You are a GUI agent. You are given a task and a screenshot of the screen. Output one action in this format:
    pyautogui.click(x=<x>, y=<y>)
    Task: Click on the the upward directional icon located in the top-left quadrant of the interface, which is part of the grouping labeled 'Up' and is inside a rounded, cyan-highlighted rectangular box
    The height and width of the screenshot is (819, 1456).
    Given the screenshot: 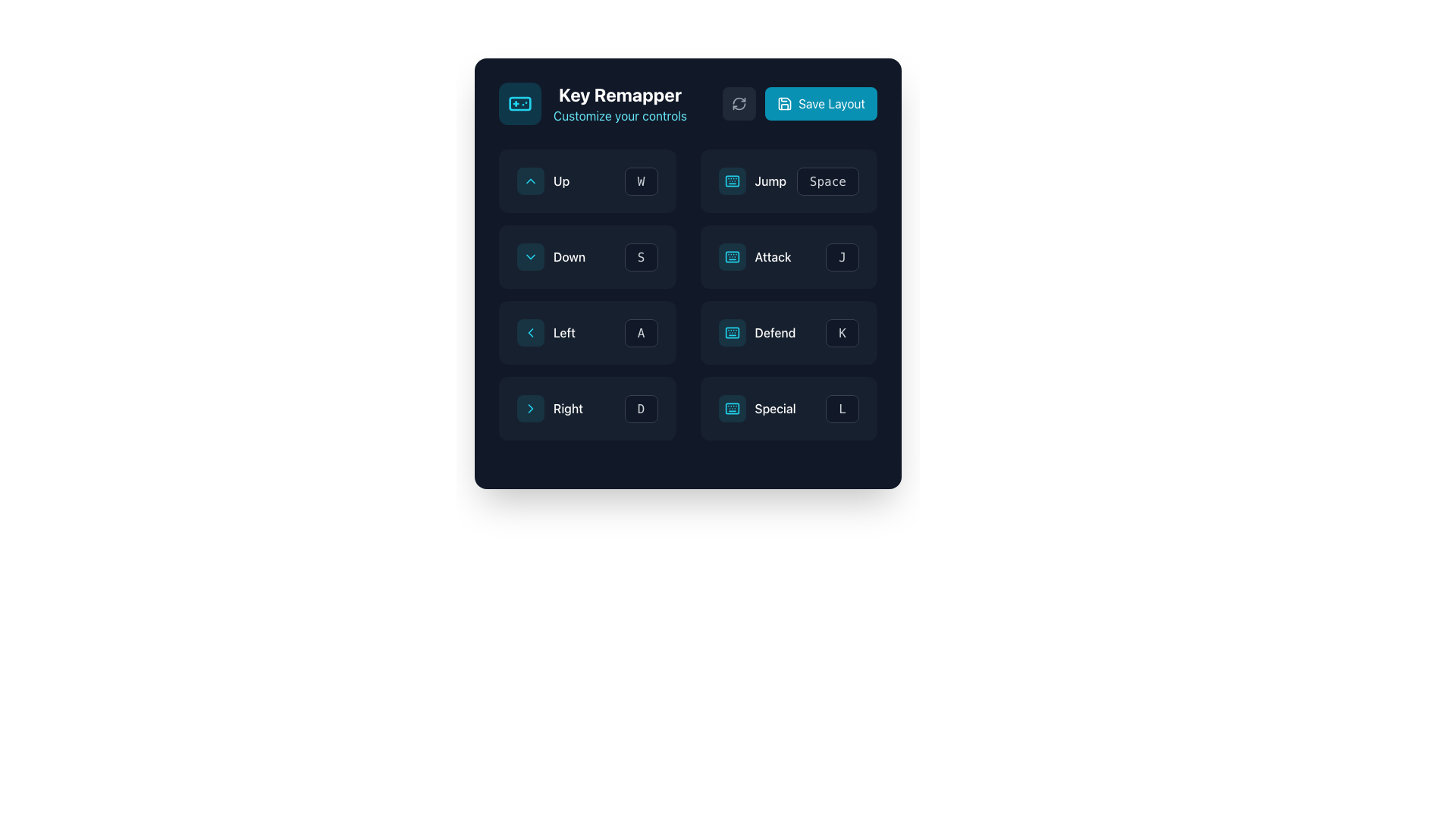 What is the action you would take?
    pyautogui.click(x=531, y=180)
    